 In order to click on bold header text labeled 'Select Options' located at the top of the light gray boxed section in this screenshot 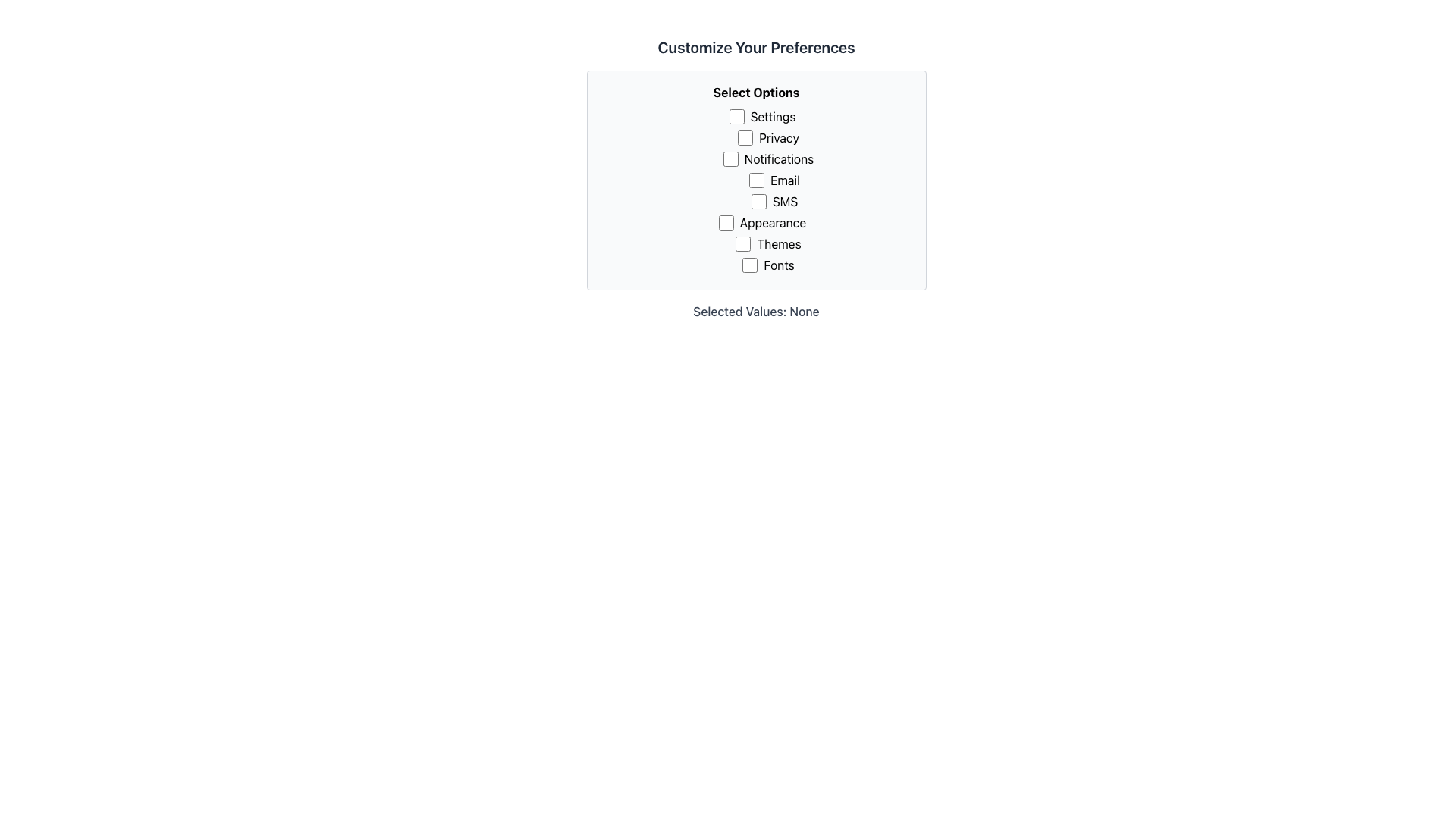, I will do `click(756, 93)`.